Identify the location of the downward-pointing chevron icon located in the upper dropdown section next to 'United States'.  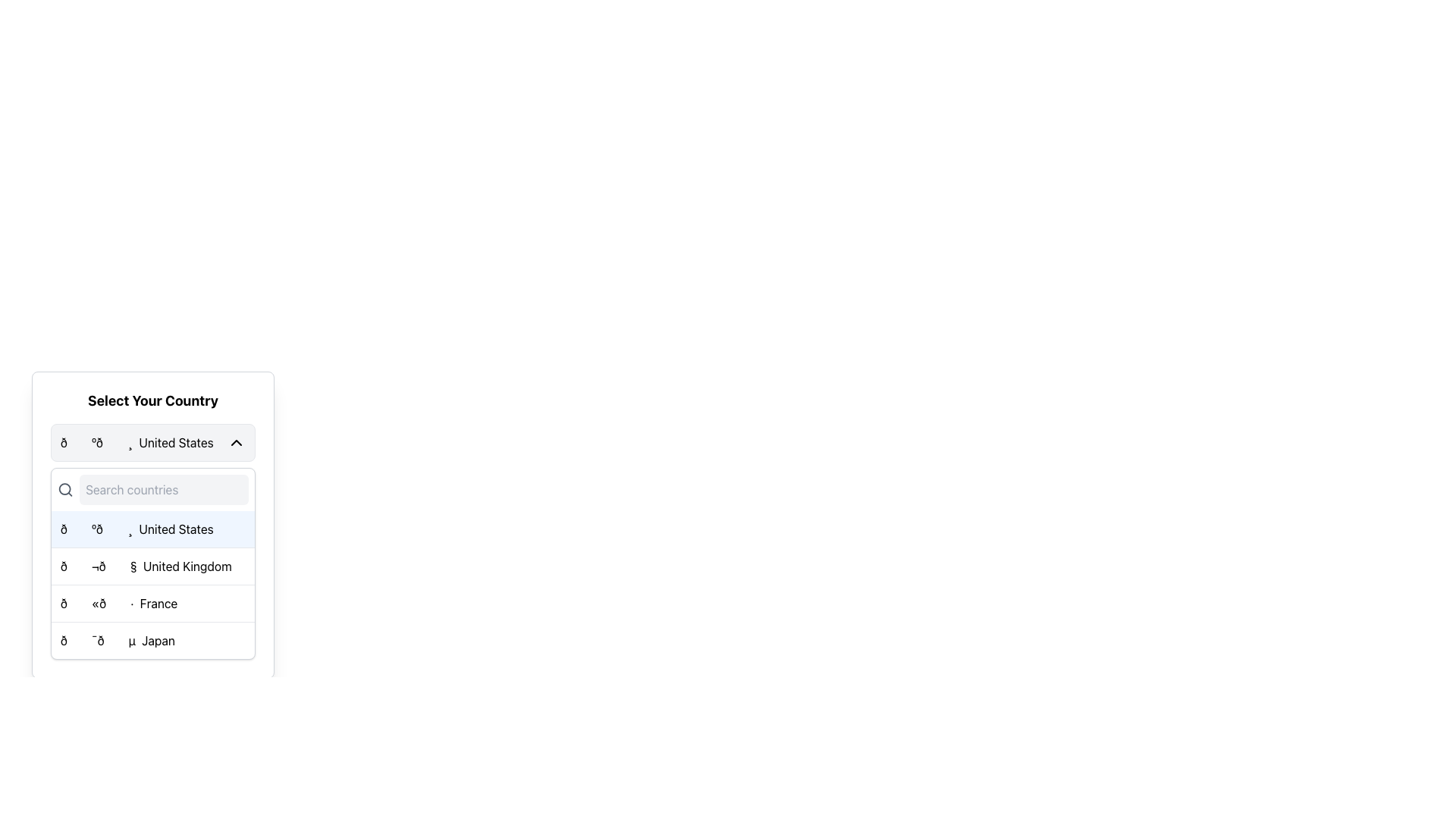
(236, 442).